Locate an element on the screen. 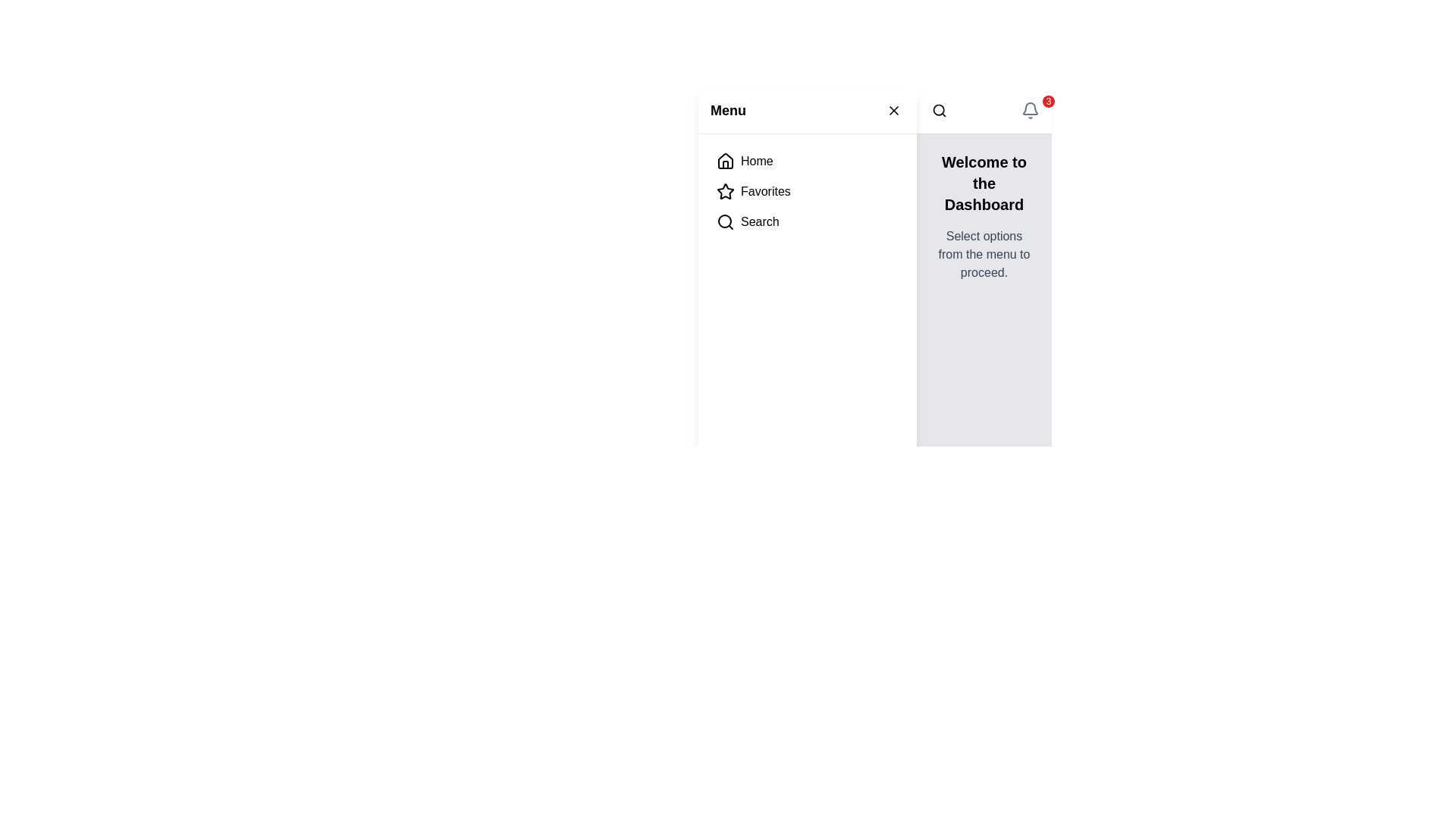  the search button located in the top navigation bar, positioned to the right of the menu label and to the left of the bell icon, to trigger any potential visual effects is located at coordinates (938, 110).